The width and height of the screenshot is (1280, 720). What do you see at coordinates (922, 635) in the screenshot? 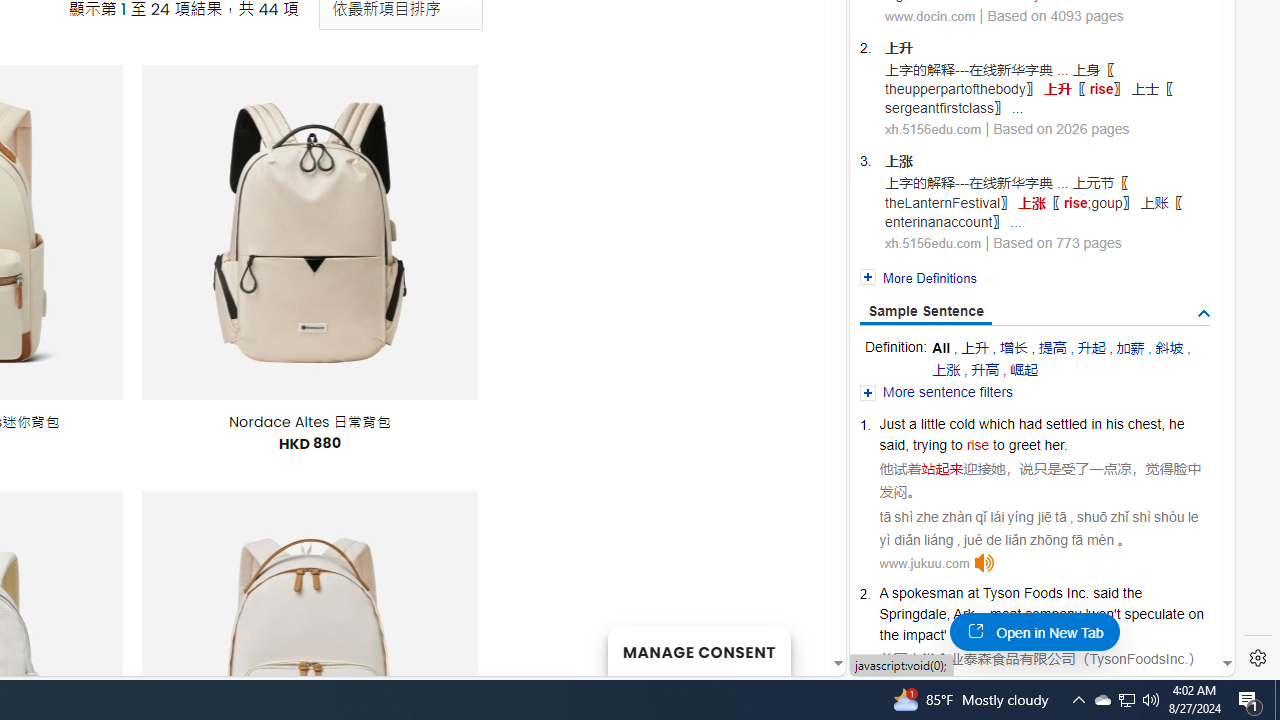
I see `'impact'` at bounding box center [922, 635].